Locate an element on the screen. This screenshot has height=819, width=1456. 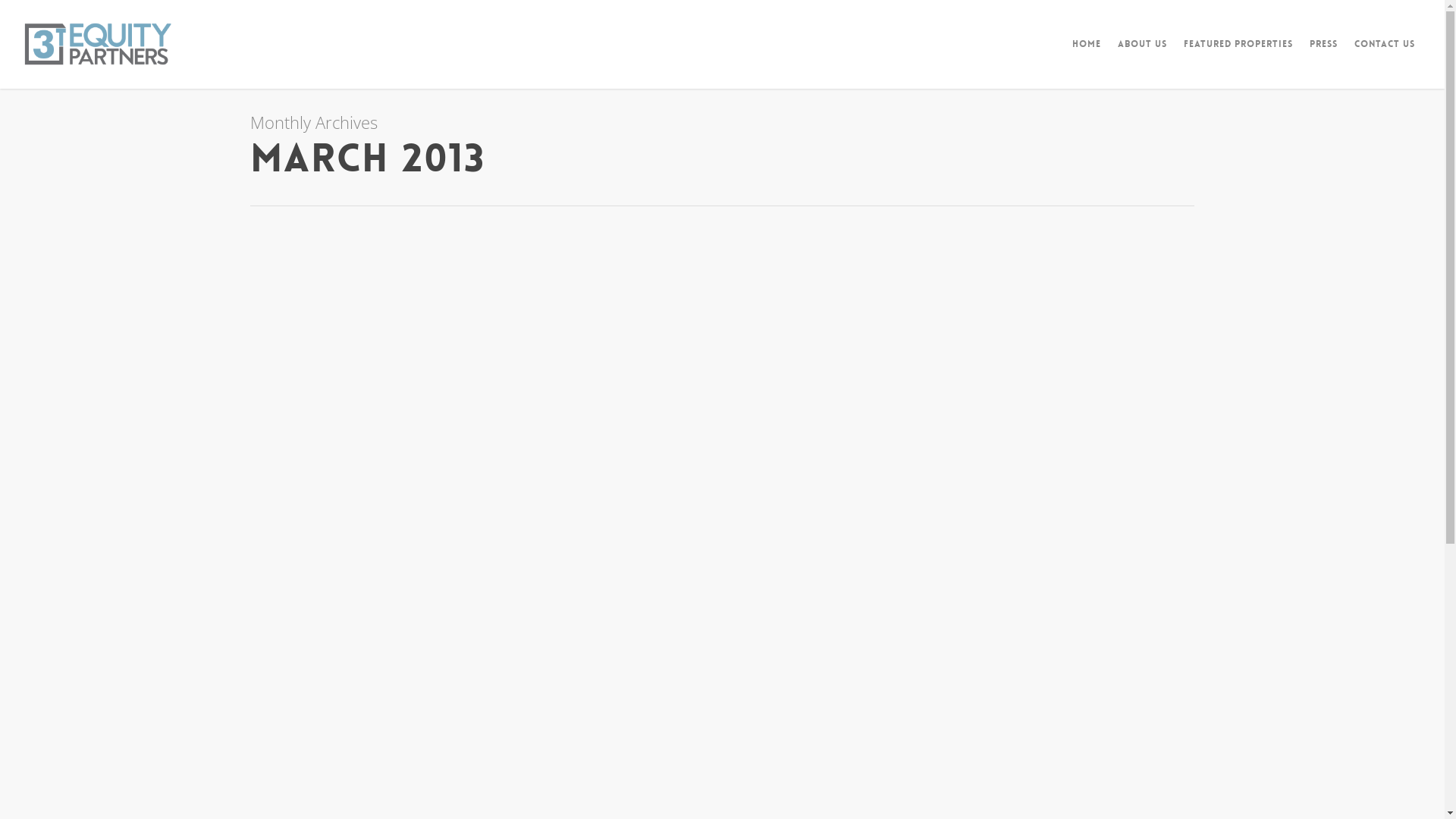
'CONTACT US' is located at coordinates (1347, 54).